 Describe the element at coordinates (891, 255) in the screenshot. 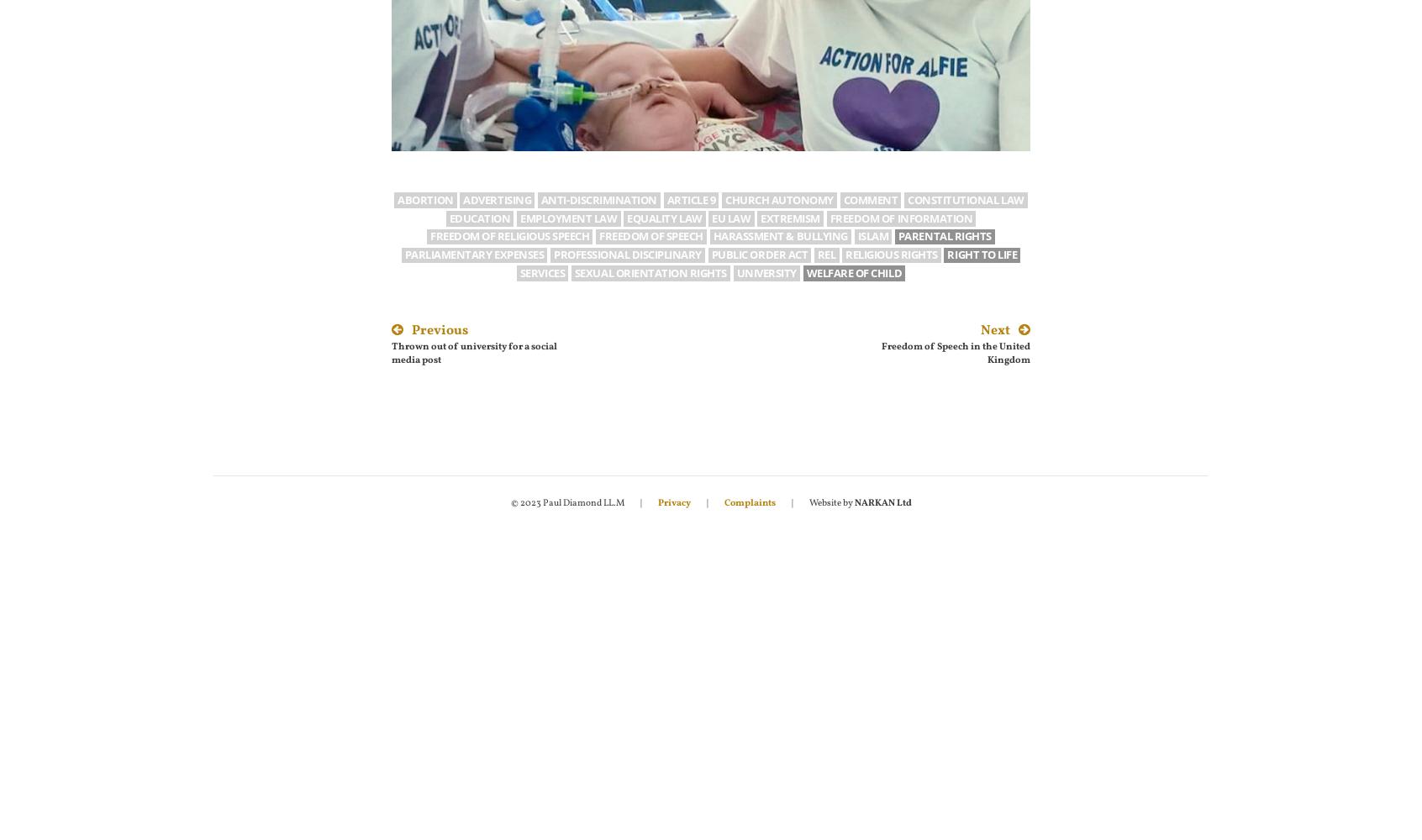

I see `'Religious rights'` at that location.